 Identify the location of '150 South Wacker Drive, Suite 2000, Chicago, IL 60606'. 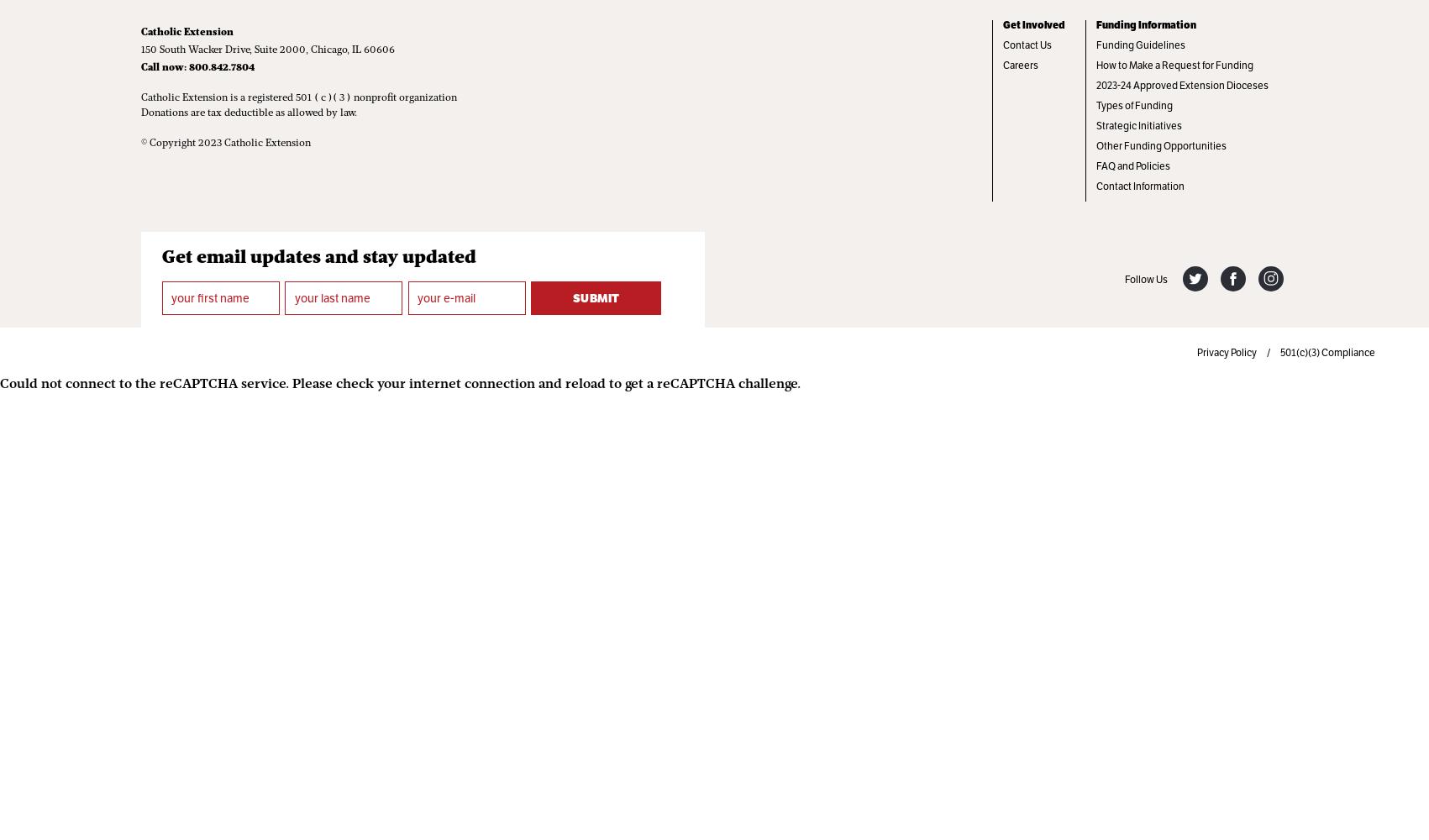
(266, 50).